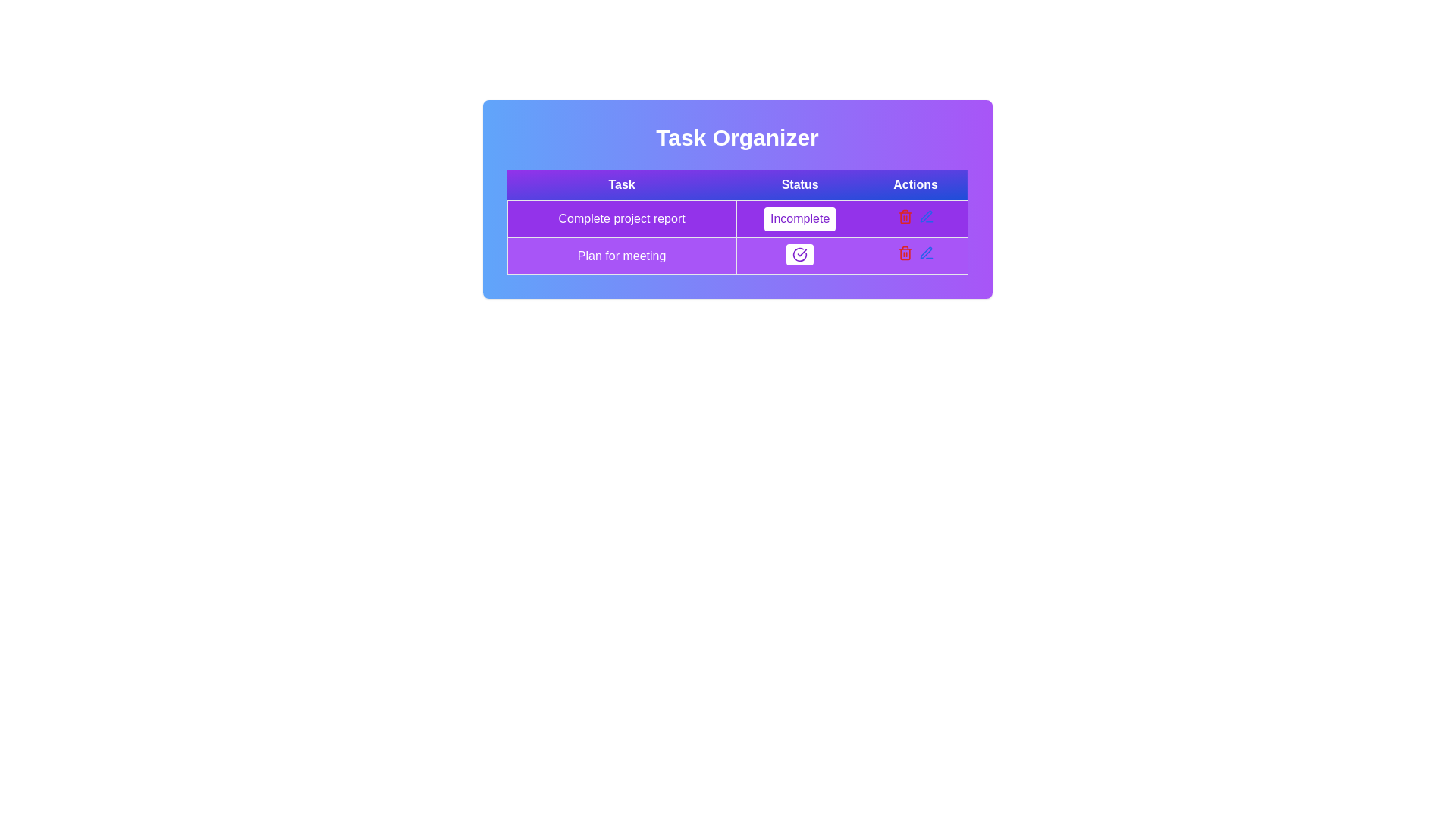  Describe the element at coordinates (737, 237) in the screenshot. I see `the Composite Table Cell located in the second section beneath the header row of the table` at that location.